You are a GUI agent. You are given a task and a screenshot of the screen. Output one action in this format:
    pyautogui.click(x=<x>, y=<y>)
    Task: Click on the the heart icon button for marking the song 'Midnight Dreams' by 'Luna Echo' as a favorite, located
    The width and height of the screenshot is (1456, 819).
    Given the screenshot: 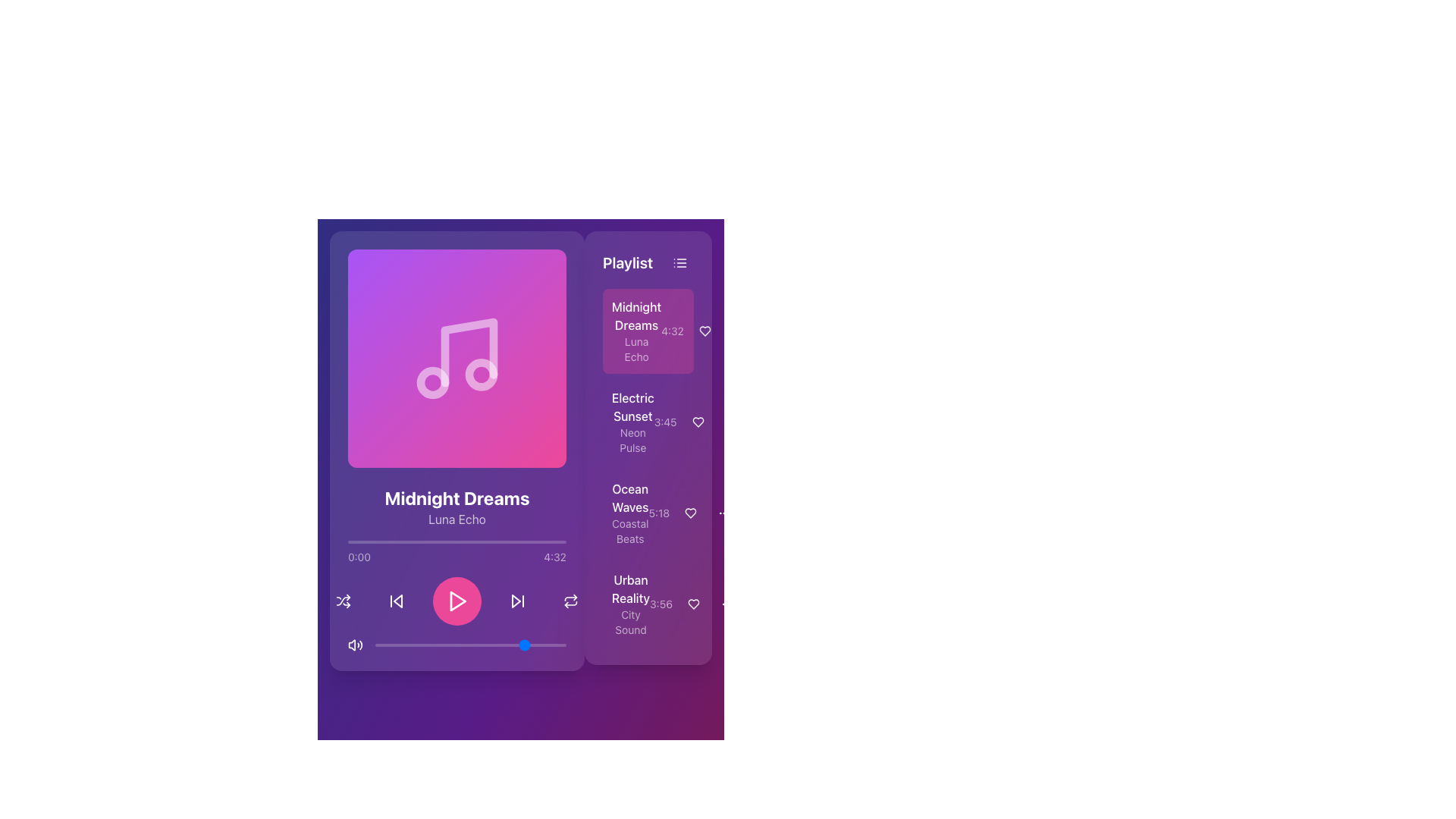 What is the action you would take?
    pyautogui.click(x=705, y=330)
    